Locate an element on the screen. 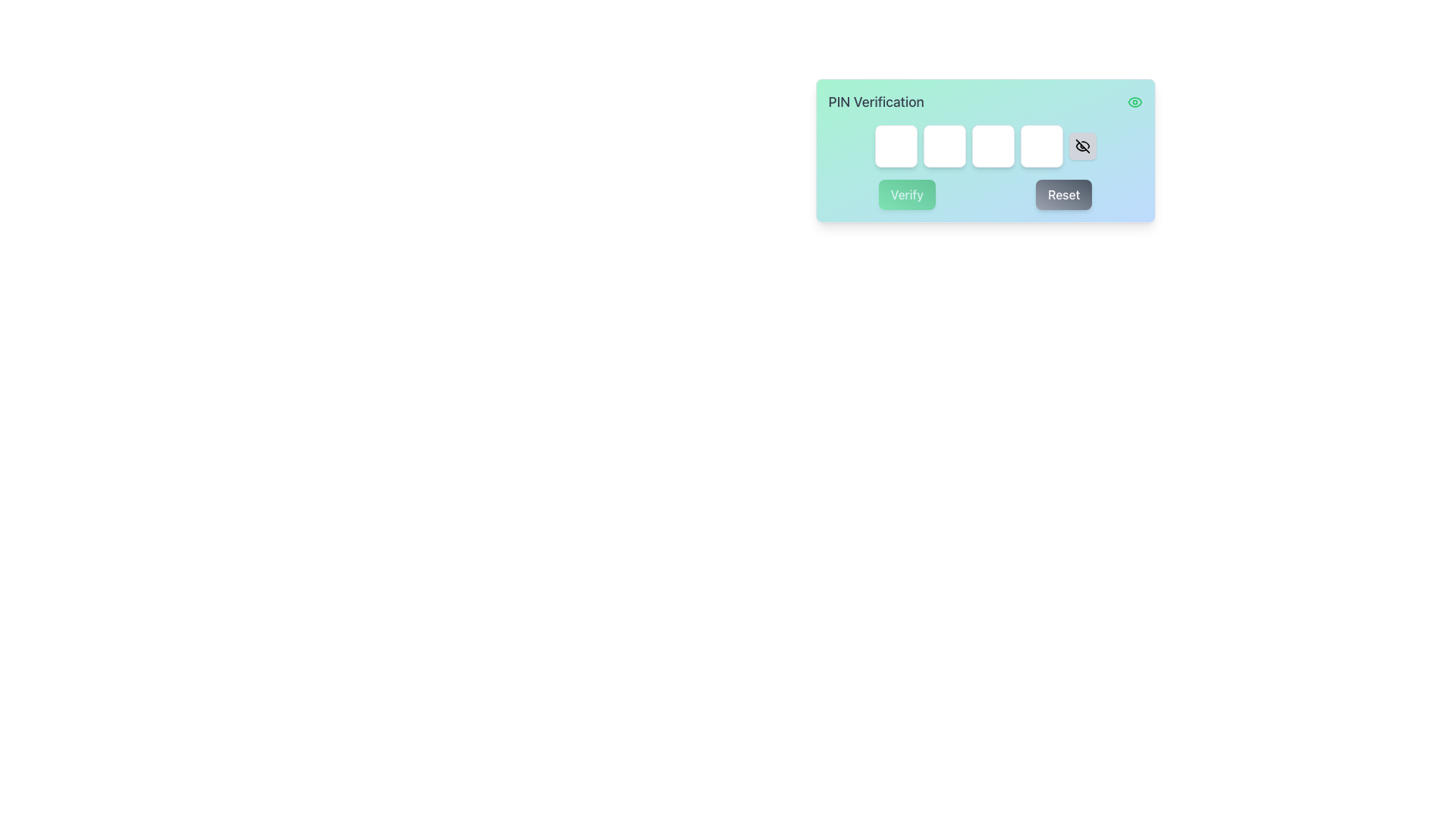 The height and width of the screenshot is (819, 1456). the reset button located to the right of the 'Verify' button to clear the input fields in the current form is located at coordinates (1063, 194).